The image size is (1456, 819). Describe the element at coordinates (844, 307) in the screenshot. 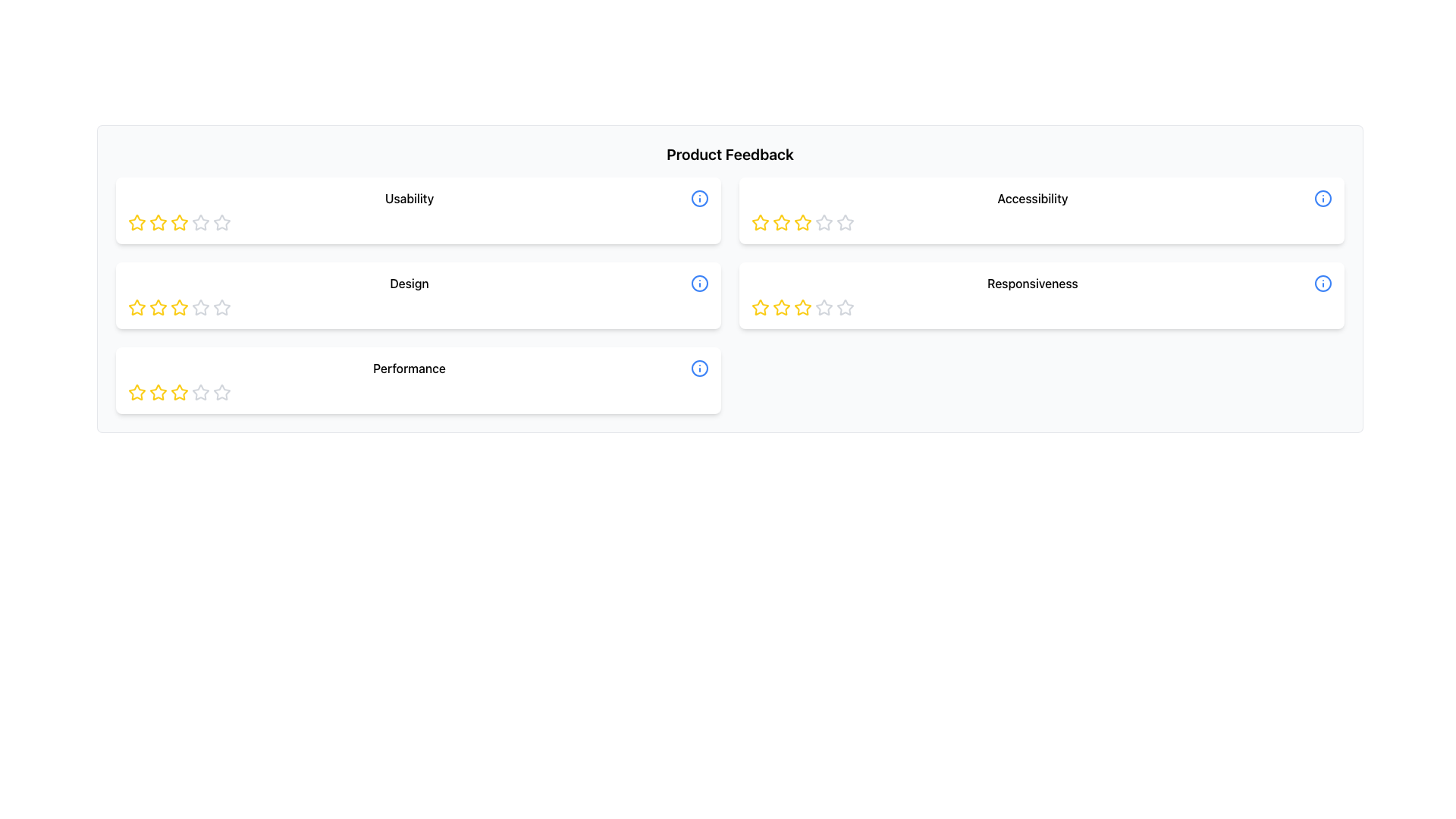

I see `the eighth star in the row of nine stars for the 'Responsiveness' feedback section` at that location.